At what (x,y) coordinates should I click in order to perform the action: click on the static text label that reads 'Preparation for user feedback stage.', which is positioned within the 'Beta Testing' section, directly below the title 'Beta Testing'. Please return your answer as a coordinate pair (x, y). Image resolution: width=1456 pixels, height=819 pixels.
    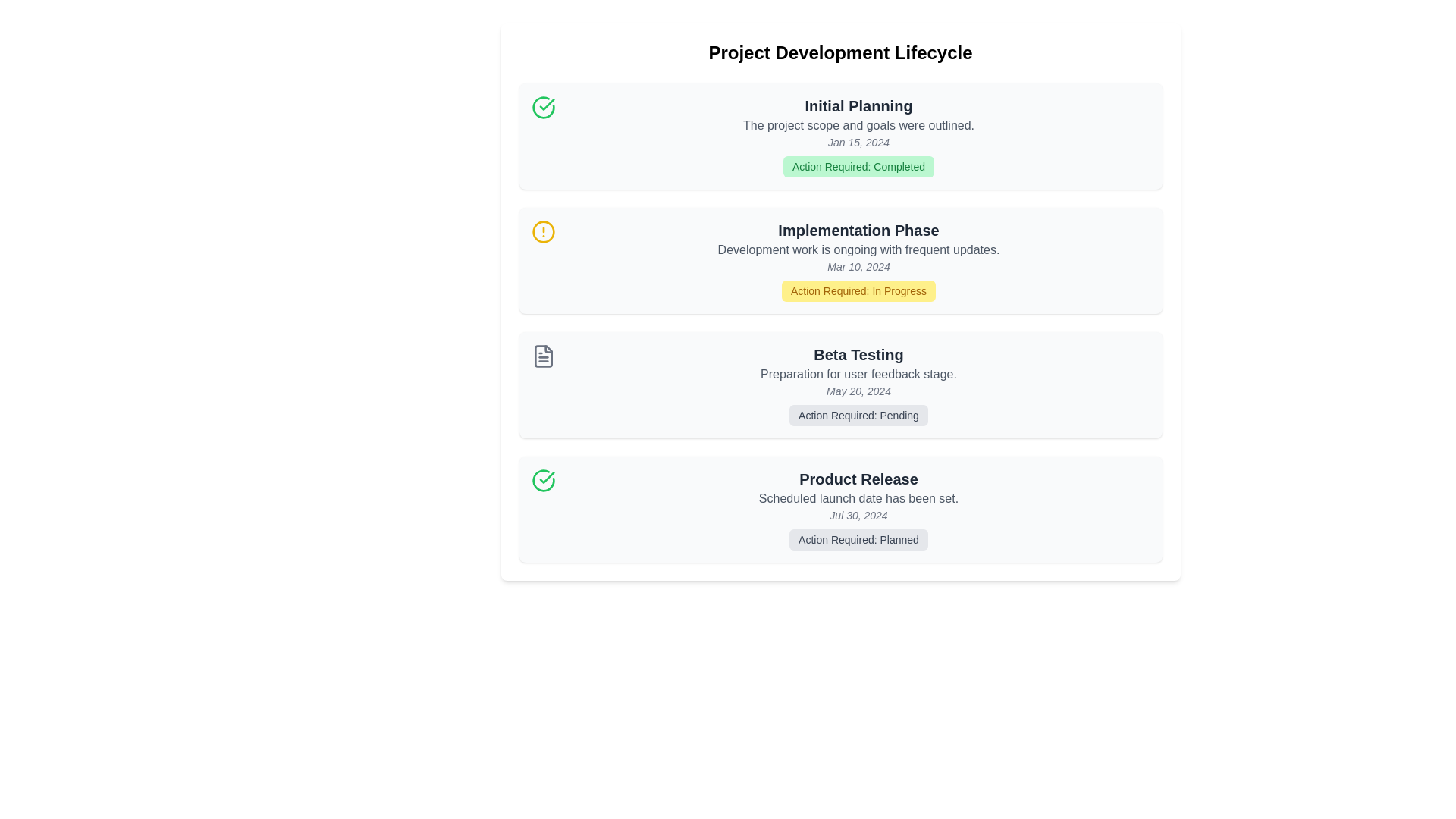
    Looking at the image, I should click on (858, 374).